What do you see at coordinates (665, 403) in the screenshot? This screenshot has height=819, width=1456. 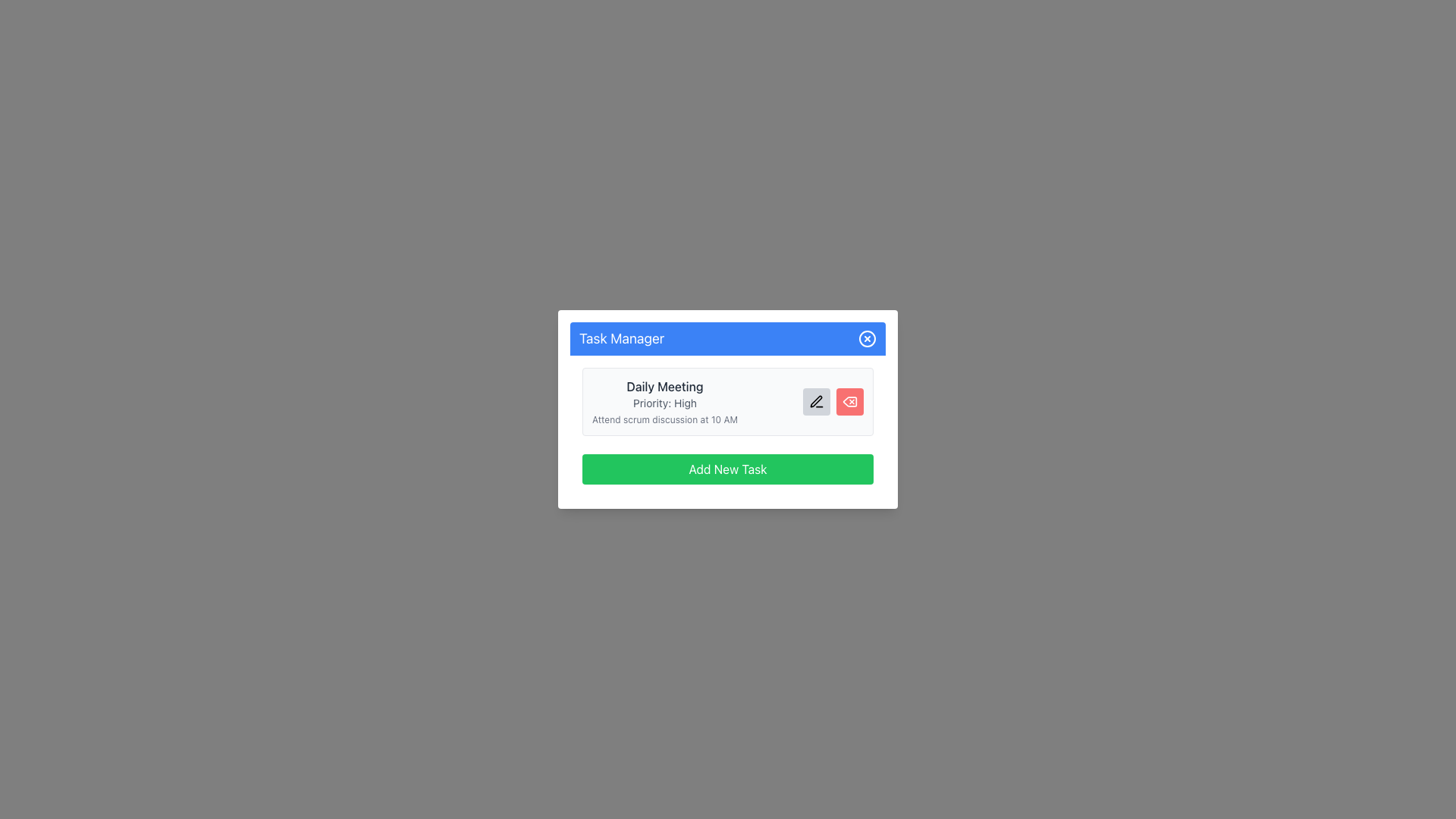 I see `the text label indicating the priority level of the task 'Daily Meeting', which is positioned beneath the heading and above the description text` at bounding box center [665, 403].